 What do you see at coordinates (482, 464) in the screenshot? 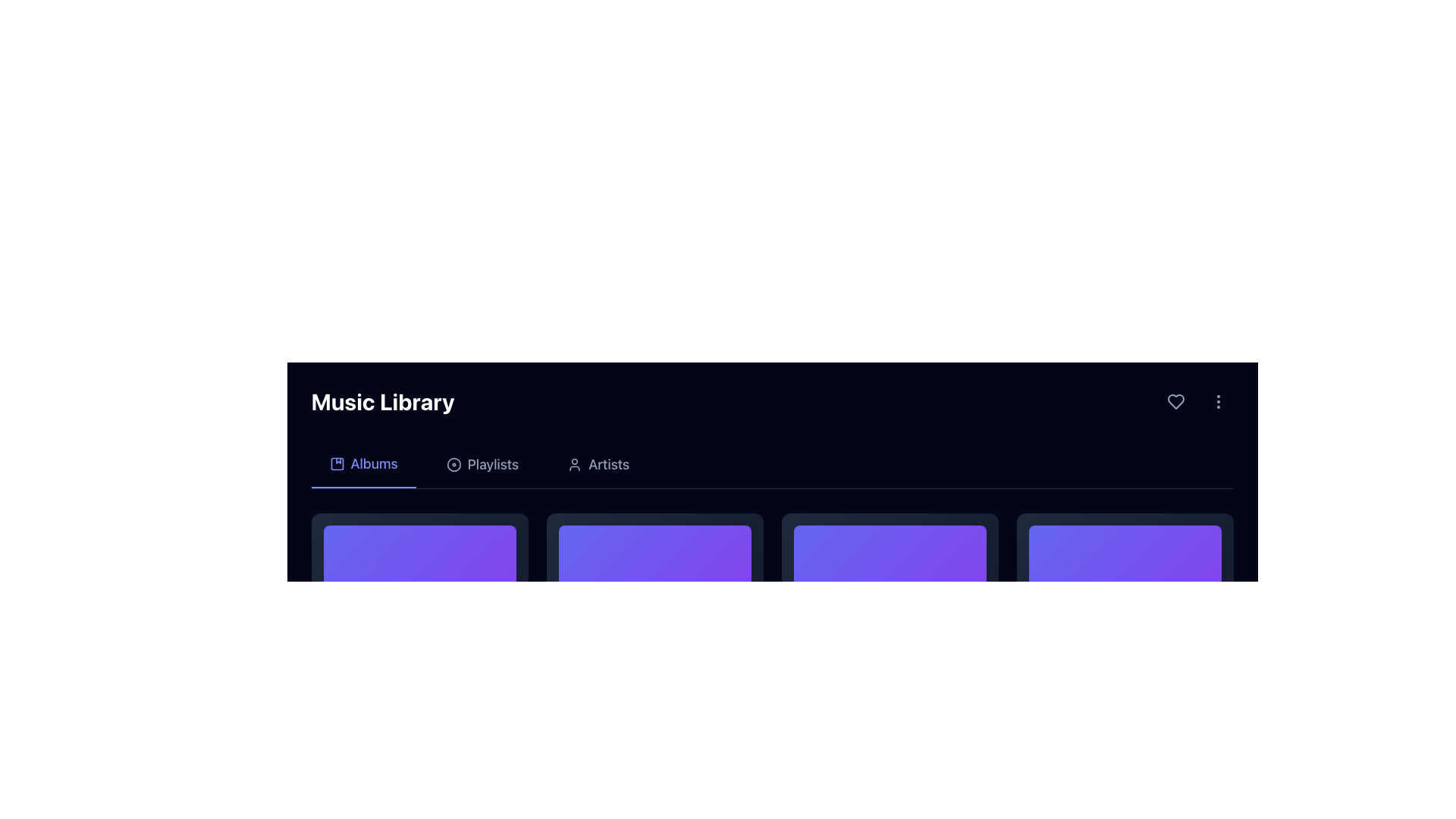
I see `the Navigation link that allows the user to navigate to the Playlists section of the application, which is the second clickable option from the left in the horizontal navigation bar` at bounding box center [482, 464].